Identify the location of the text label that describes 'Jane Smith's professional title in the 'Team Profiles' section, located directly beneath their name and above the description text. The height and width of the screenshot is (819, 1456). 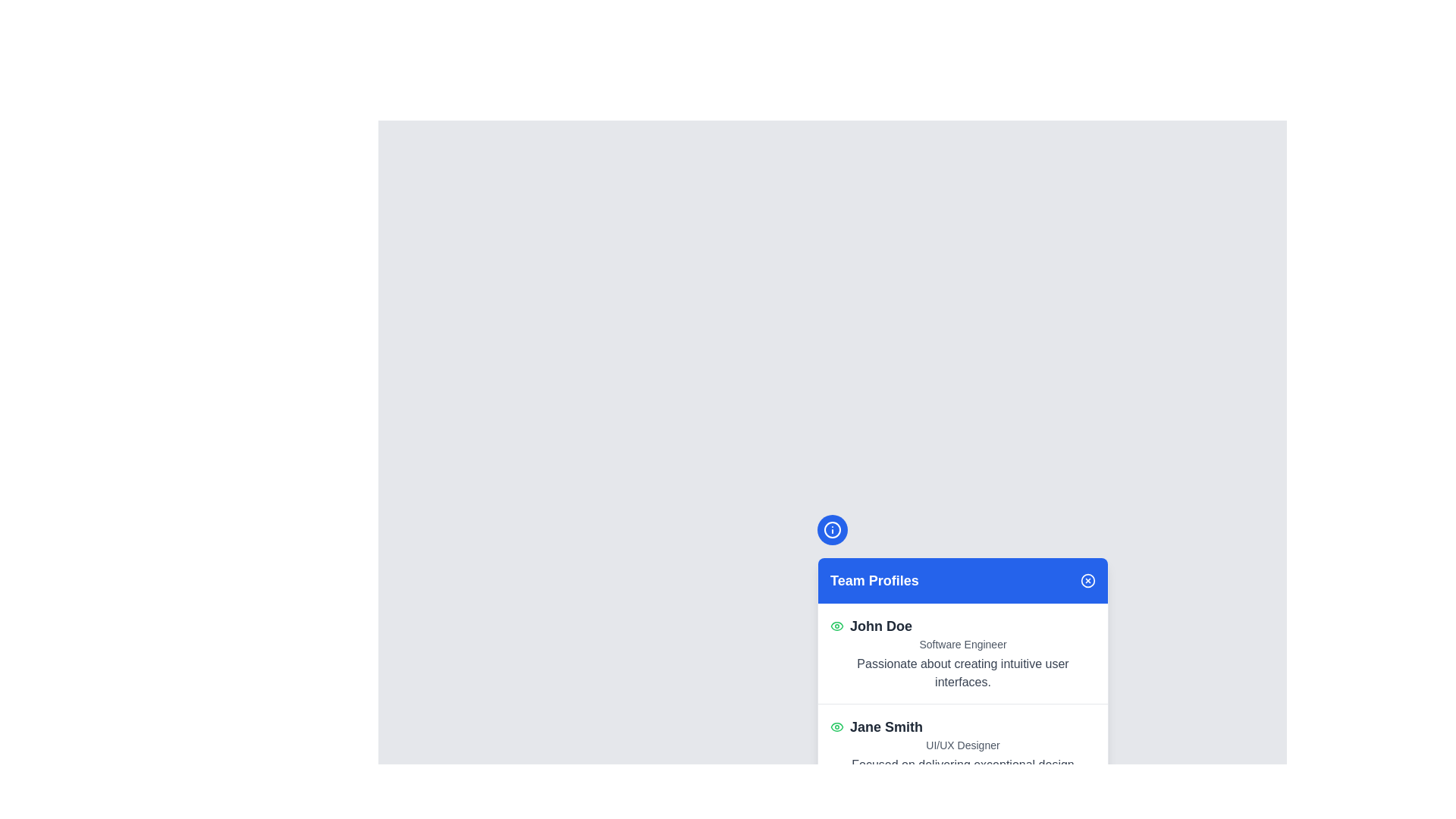
(962, 745).